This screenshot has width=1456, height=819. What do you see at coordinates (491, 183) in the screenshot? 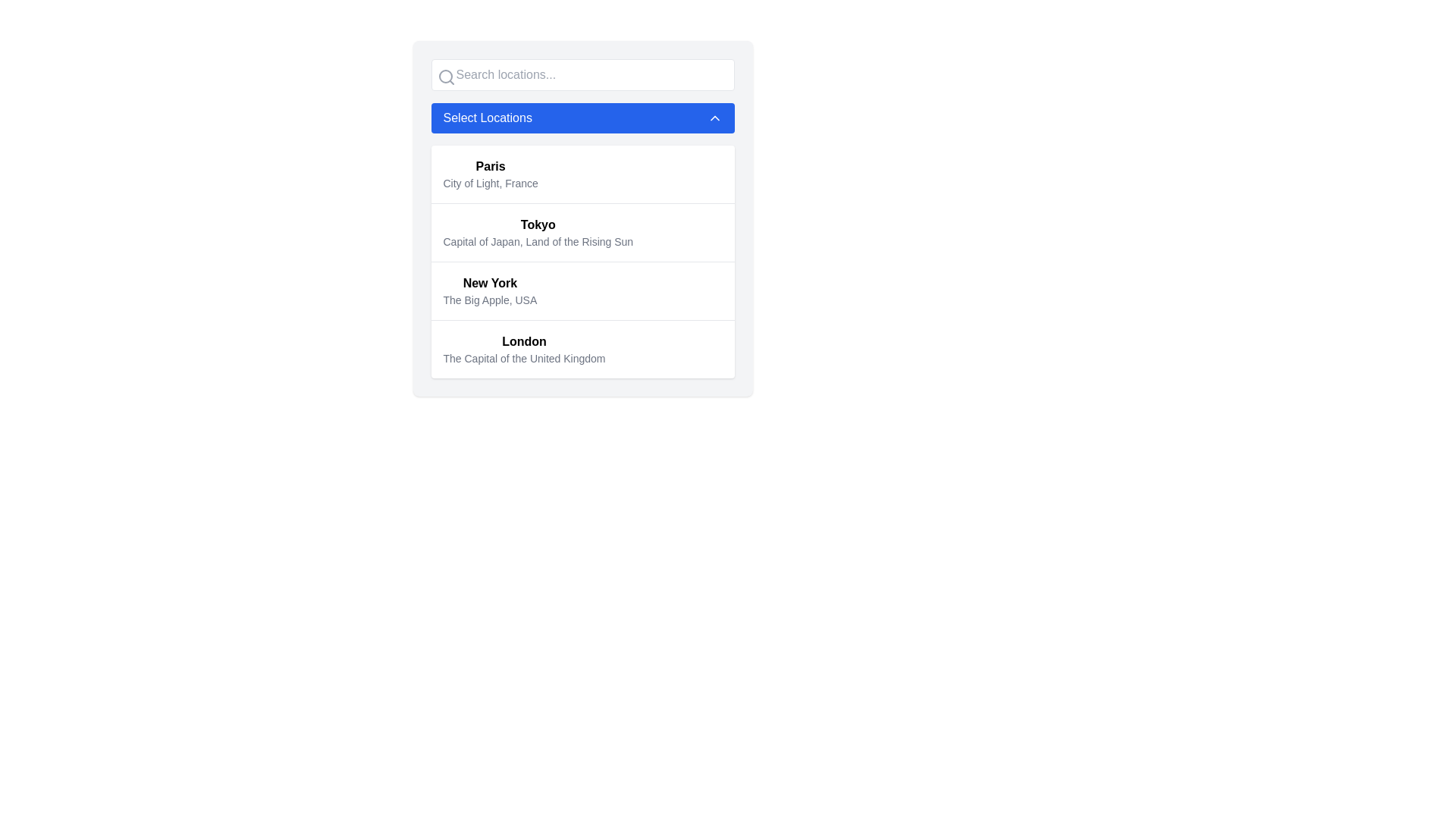
I see `the Text Label that provides additional descriptive information about Paris, positioned directly below the main title within the 'Select Locations' dropdown interface` at bounding box center [491, 183].